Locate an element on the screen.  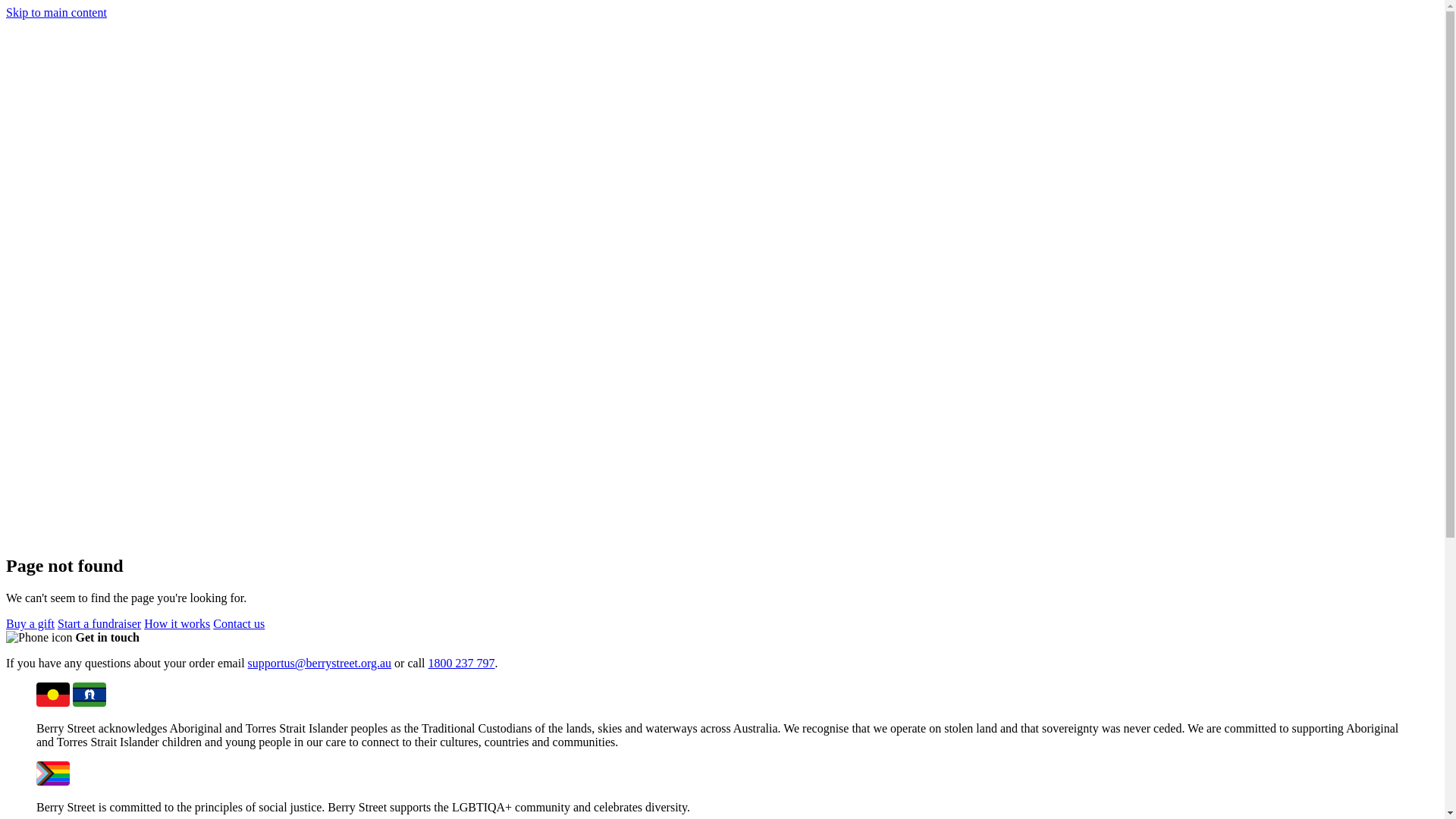
'Skip to main content' is located at coordinates (56, 12).